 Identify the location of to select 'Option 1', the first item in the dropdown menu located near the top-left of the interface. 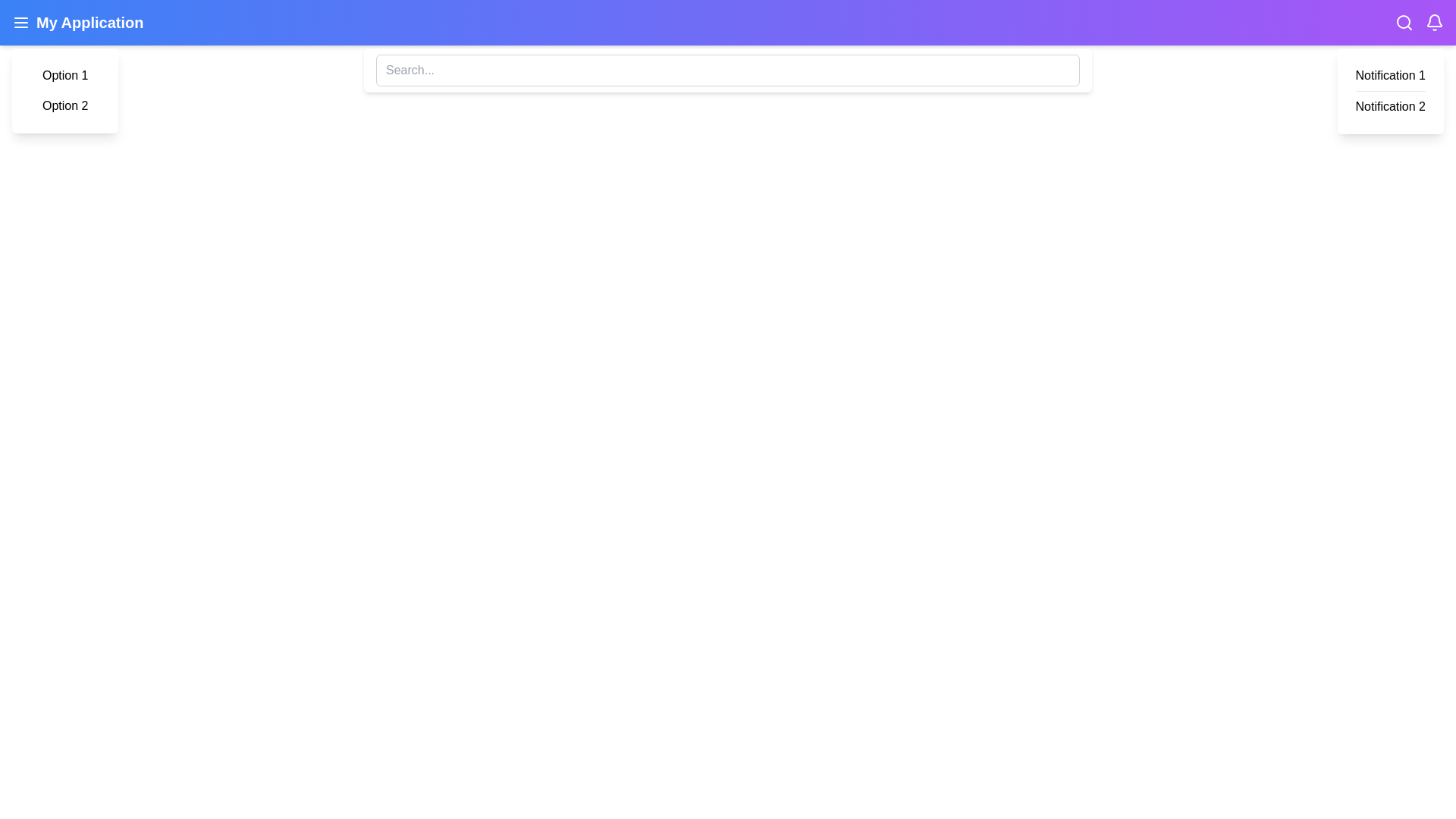
(64, 76).